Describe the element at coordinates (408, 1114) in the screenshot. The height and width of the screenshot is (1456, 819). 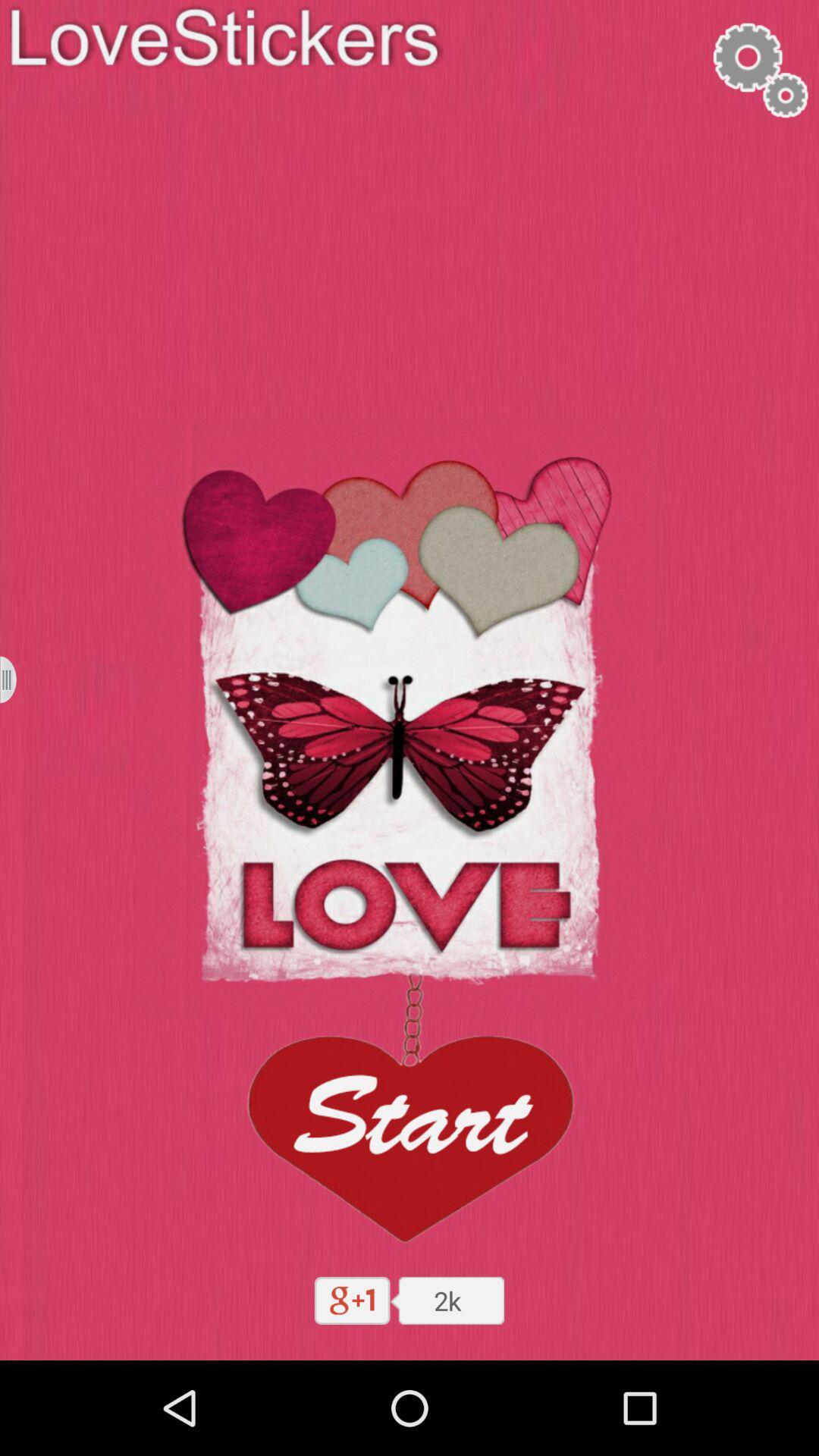
I see `start` at that location.